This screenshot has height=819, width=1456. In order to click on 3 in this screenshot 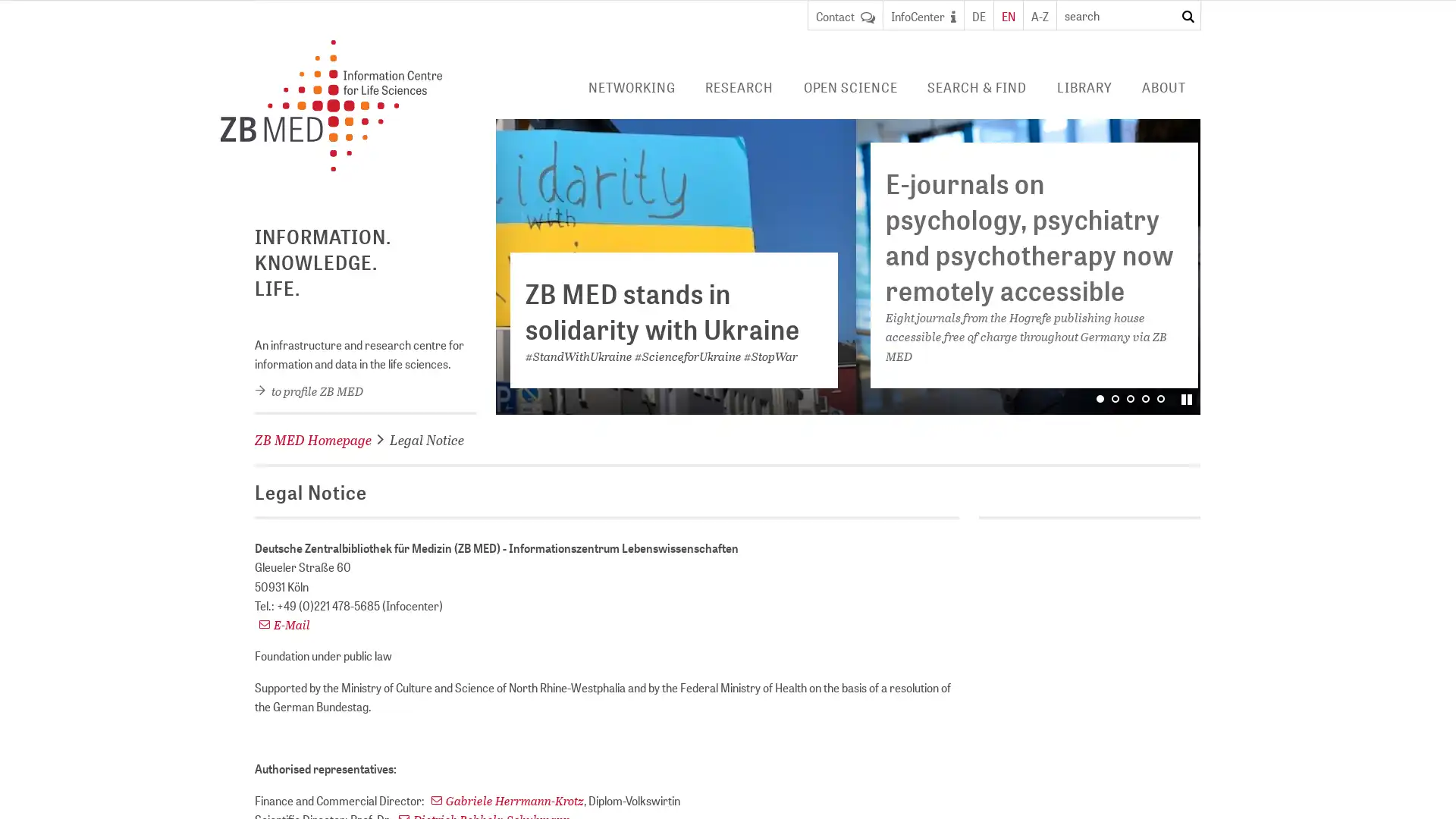, I will do `click(1131, 397)`.